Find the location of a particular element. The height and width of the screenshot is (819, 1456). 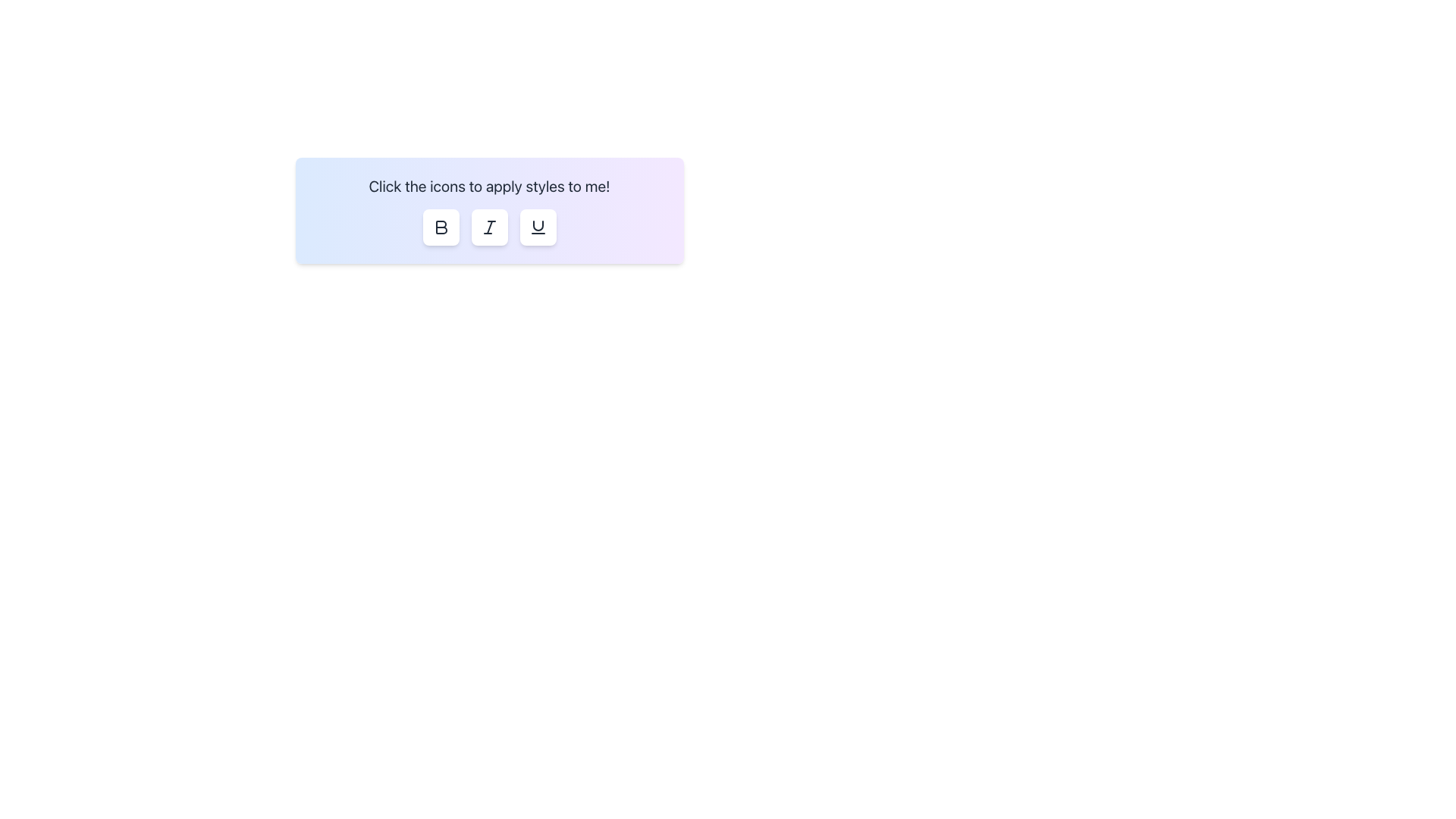

the rightmost button in a horizontal group of three buttons to apply an underline style to text is located at coordinates (538, 227).